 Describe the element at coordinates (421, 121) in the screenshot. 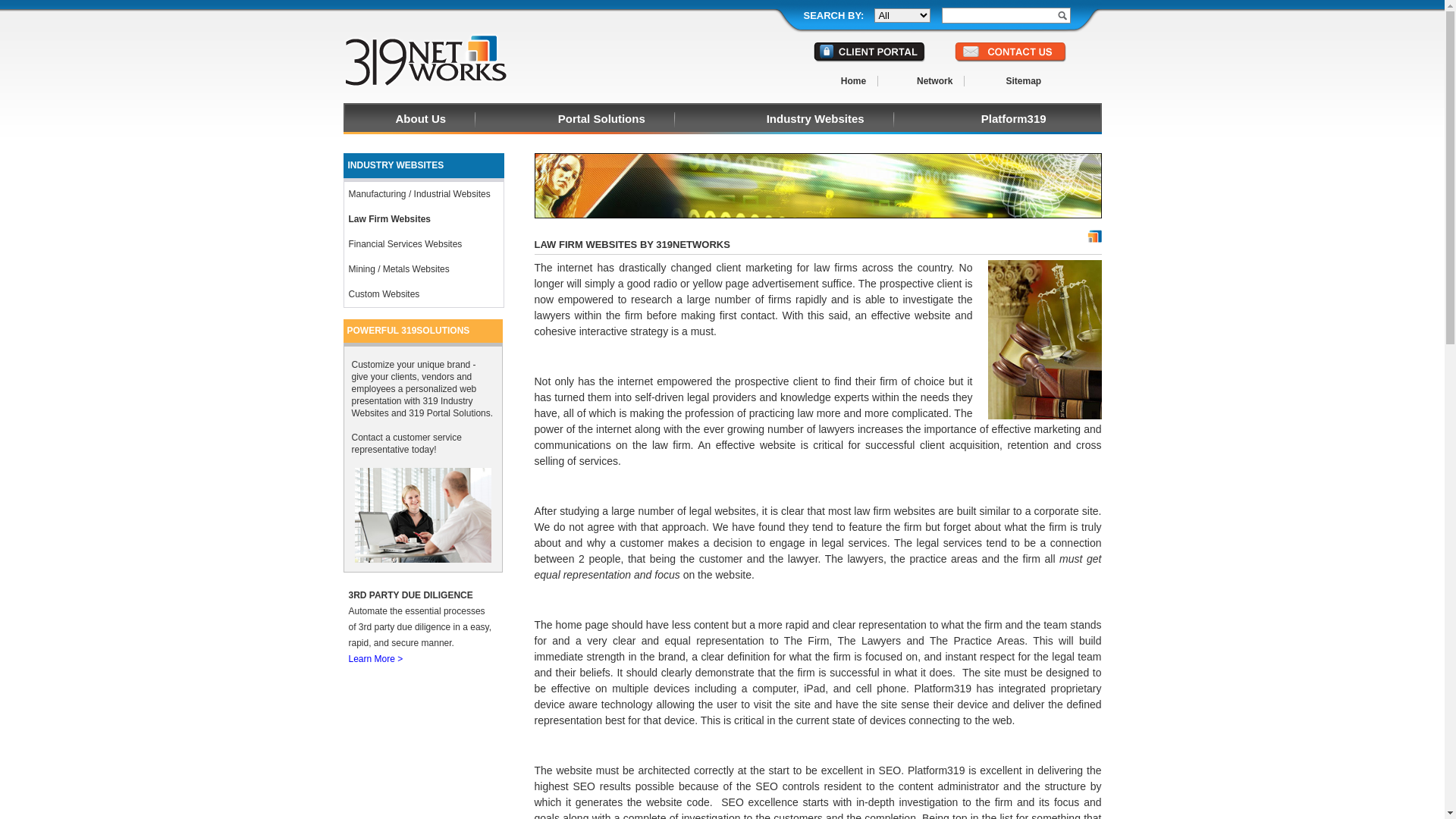

I see `'About Us'` at that location.